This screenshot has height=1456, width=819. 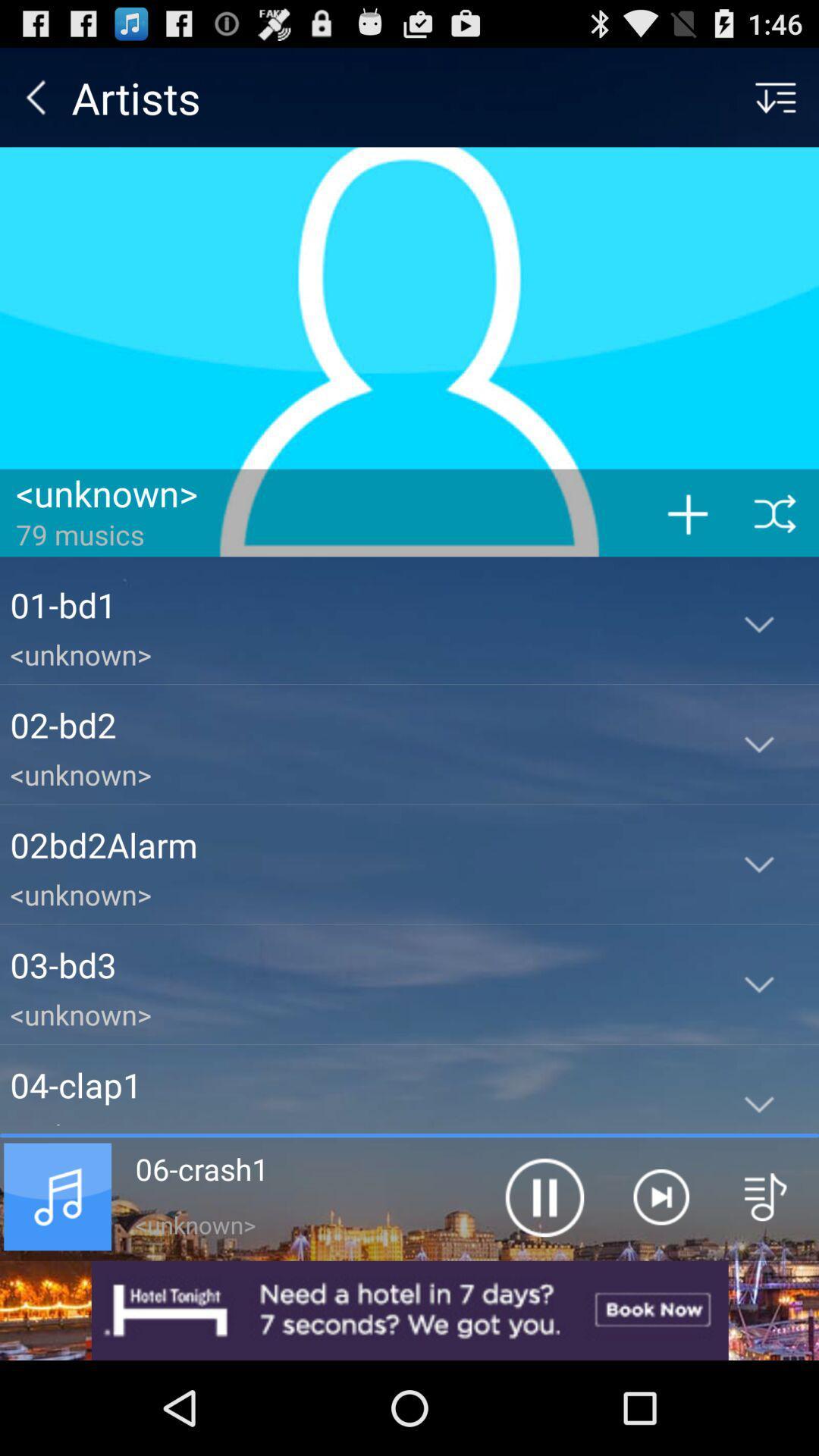 I want to click on the pause icon left side of forward symbol, so click(x=543, y=1196).